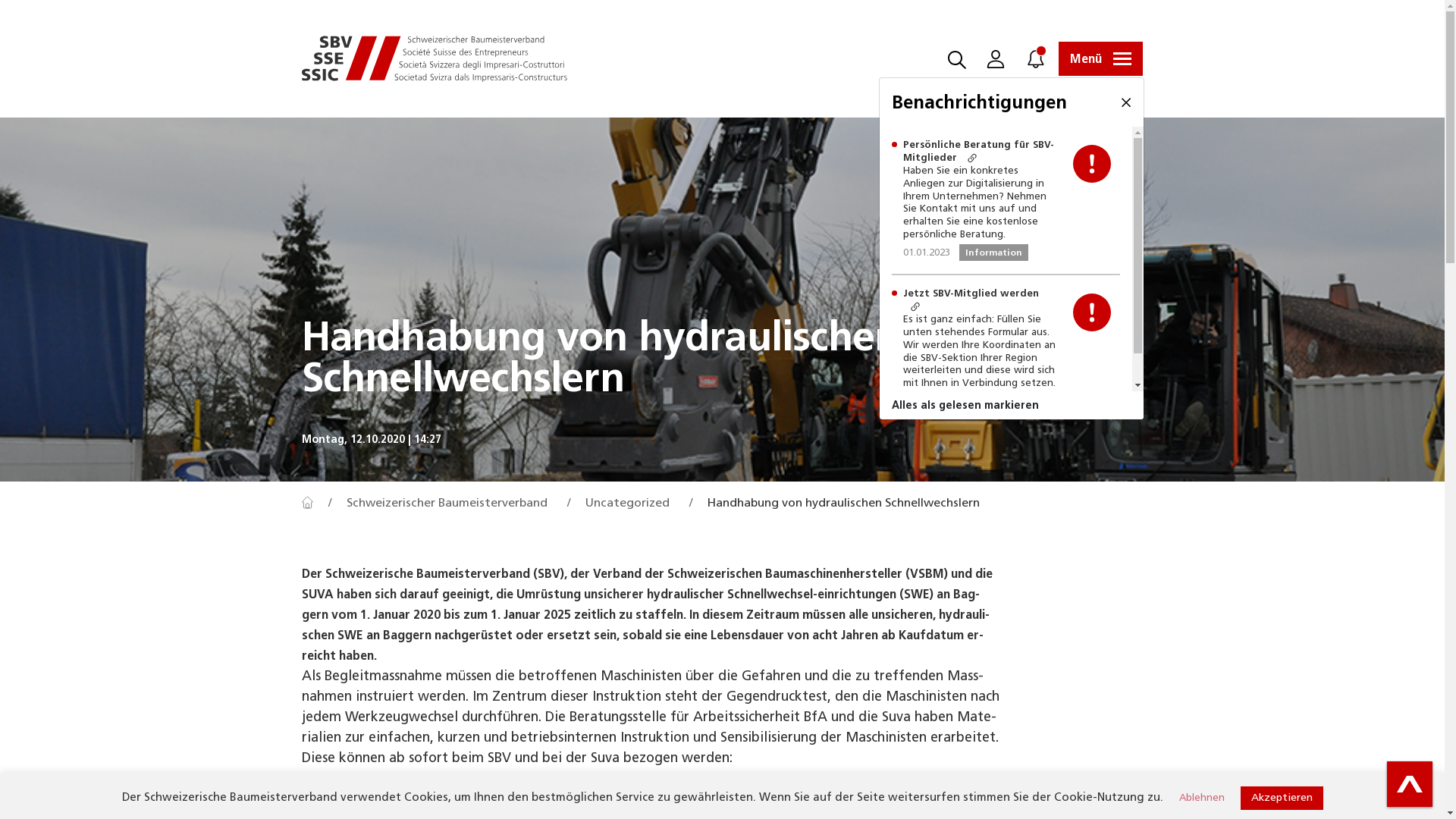 This screenshot has height=819, width=1456. Describe the element at coordinates (1012, 404) in the screenshot. I see `'Alles als gelesen markieren'` at that location.